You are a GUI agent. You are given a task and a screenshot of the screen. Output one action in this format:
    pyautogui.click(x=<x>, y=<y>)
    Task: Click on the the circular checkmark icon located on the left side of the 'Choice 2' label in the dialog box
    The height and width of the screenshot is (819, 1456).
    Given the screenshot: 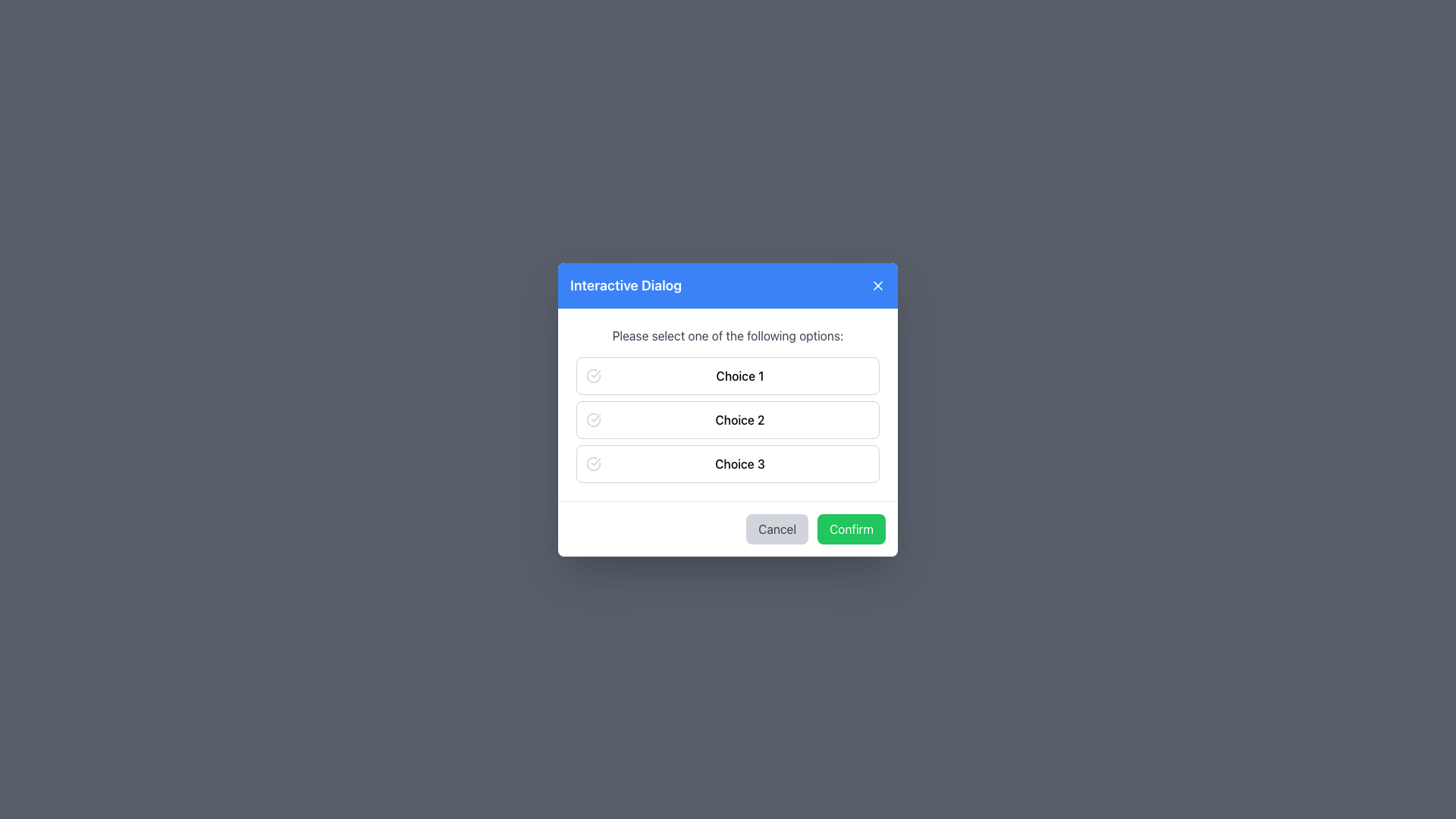 What is the action you would take?
    pyautogui.click(x=592, y=419)
    